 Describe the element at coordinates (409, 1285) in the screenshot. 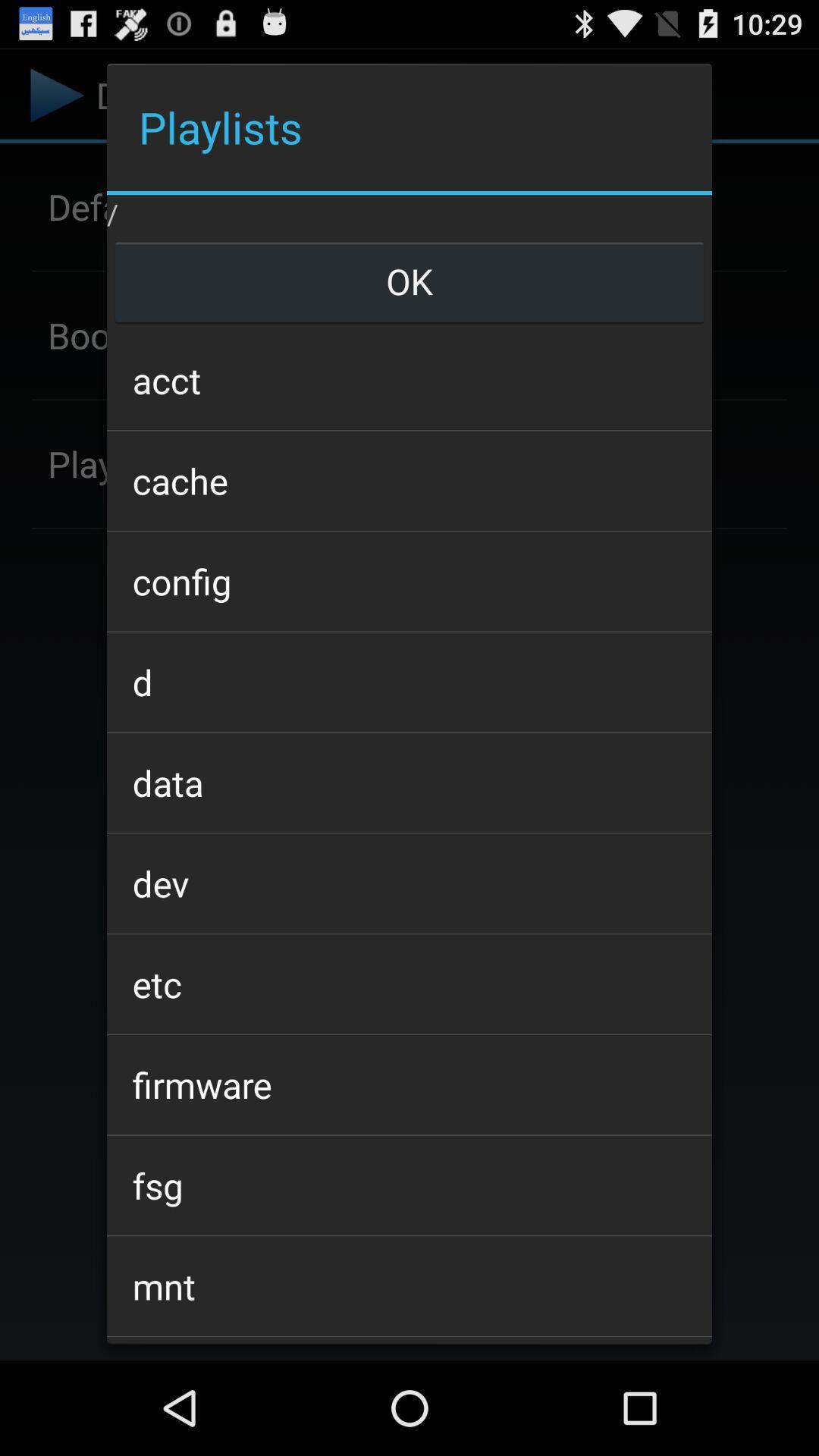

I see `mnt` at that location.